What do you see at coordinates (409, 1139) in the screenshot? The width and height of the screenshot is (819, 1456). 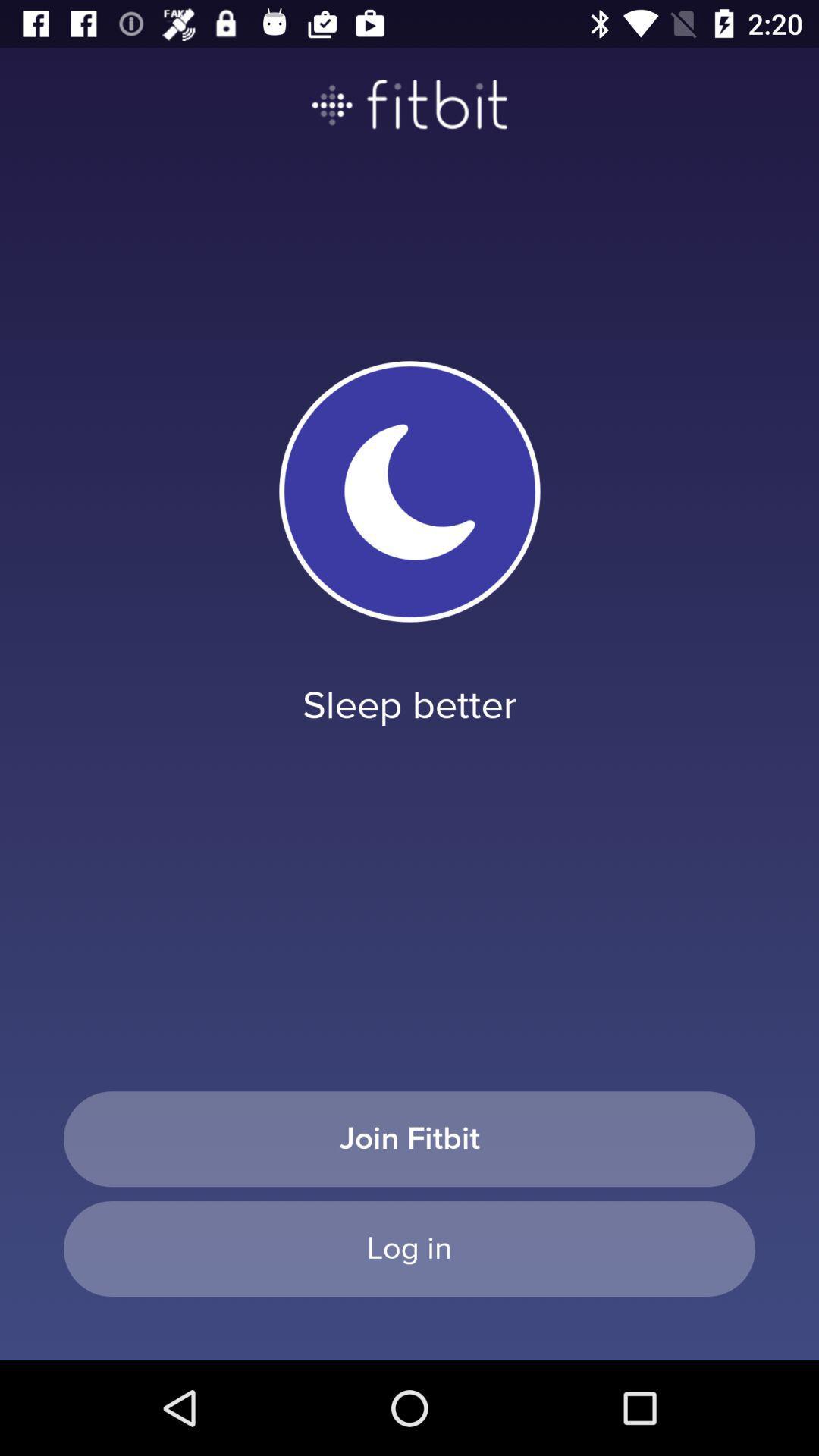 I see `the join fitbit item` at bounding box center [409, 1139].